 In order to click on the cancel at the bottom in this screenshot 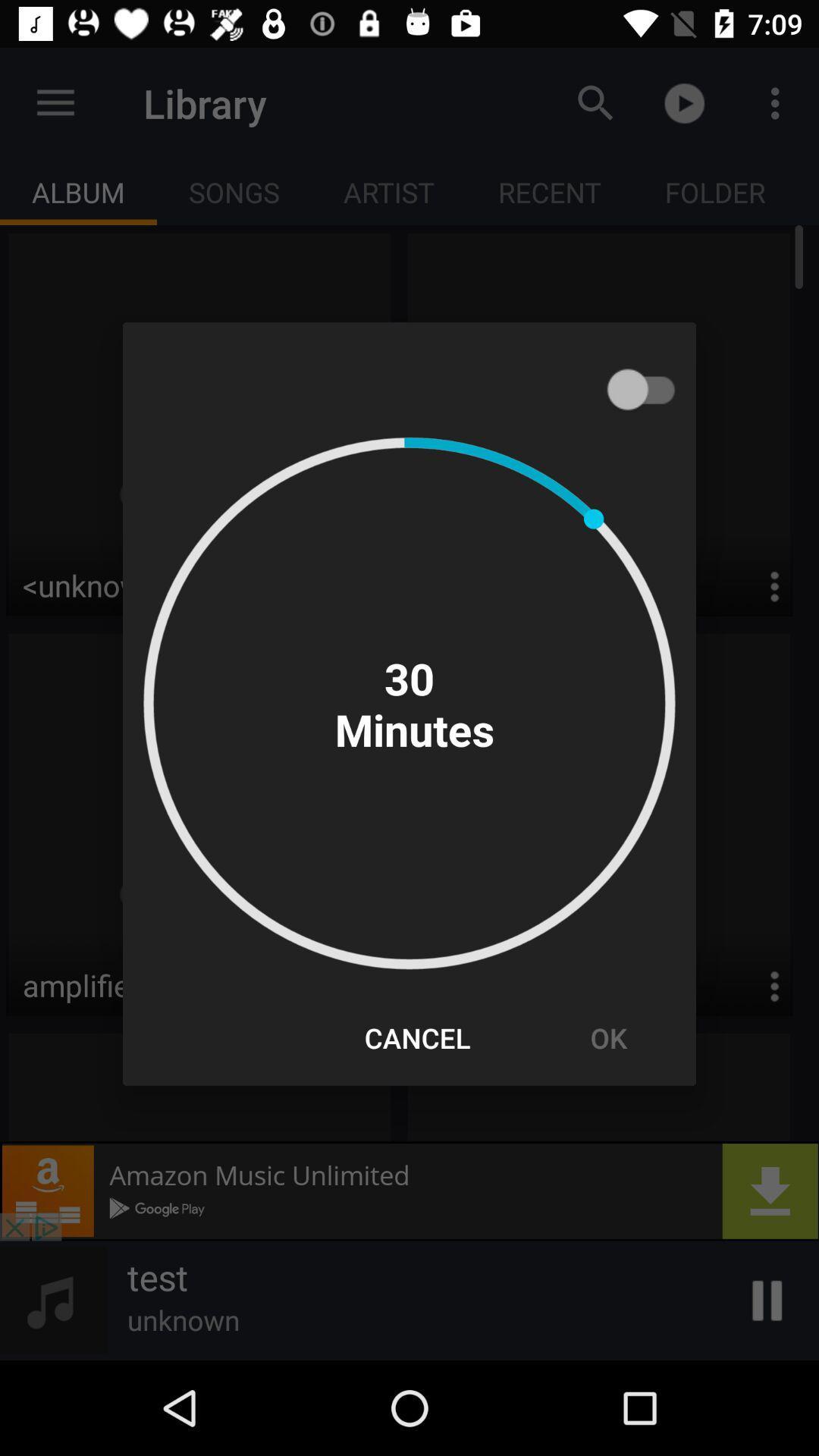, I will do `click(417, 1037)`.